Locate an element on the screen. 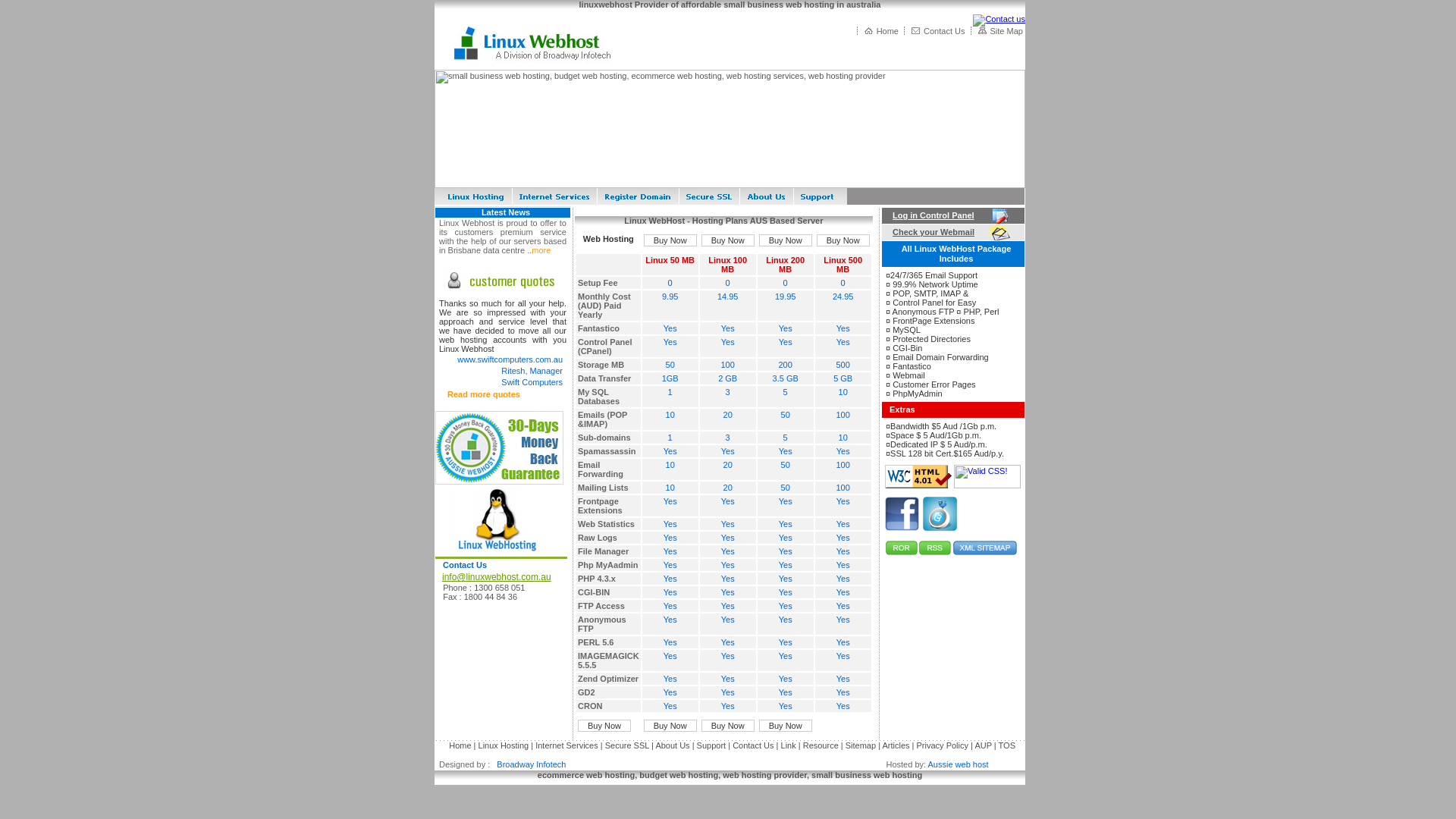  'Sitemap' is located at coordinates (861, 745).